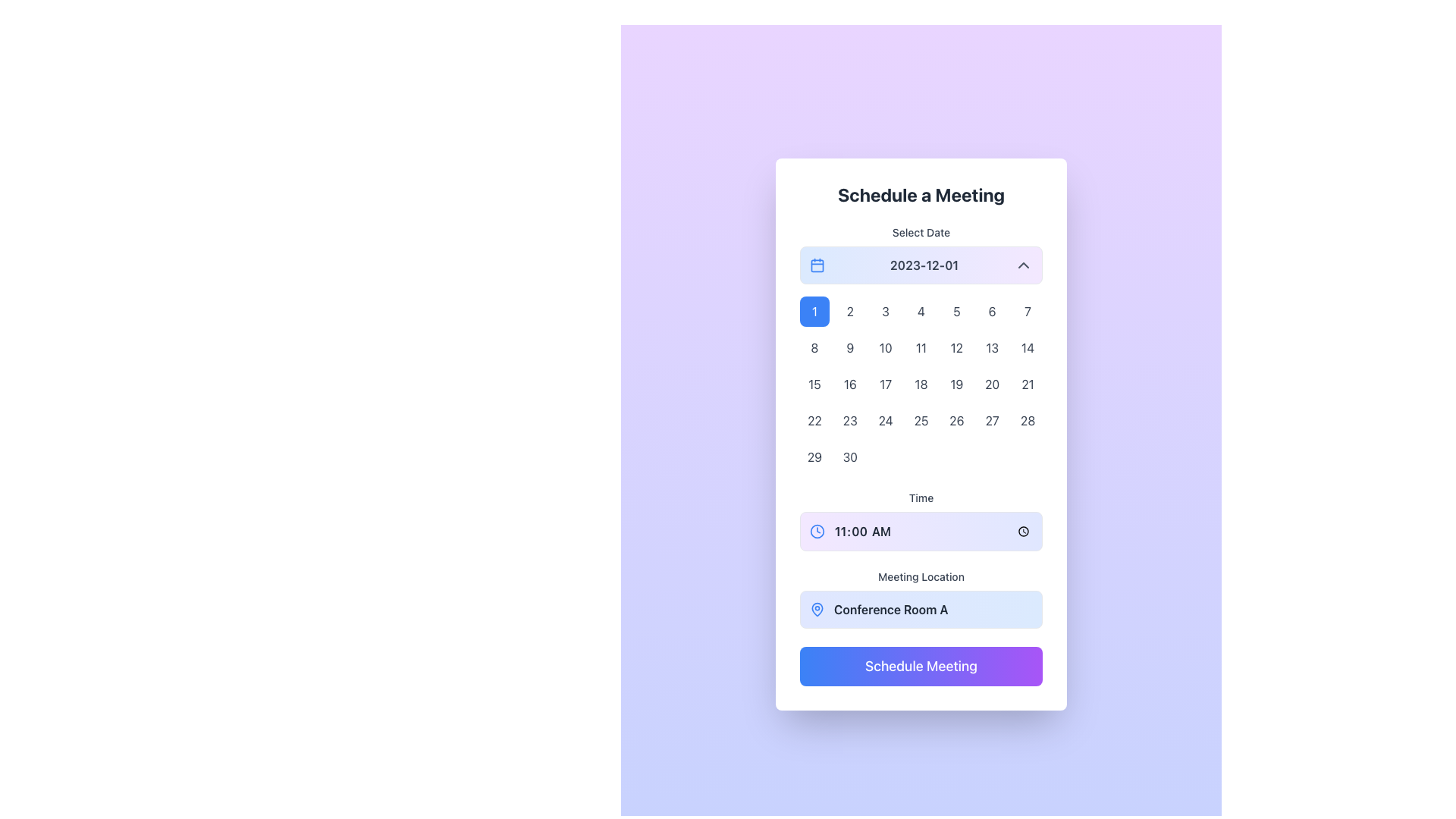  What do you see at coordinates (1028, 383) in the screenshot?
I see `the button representing the specific date in the last column of the third row of the calendar grid` at bounding box center [1028, 383].